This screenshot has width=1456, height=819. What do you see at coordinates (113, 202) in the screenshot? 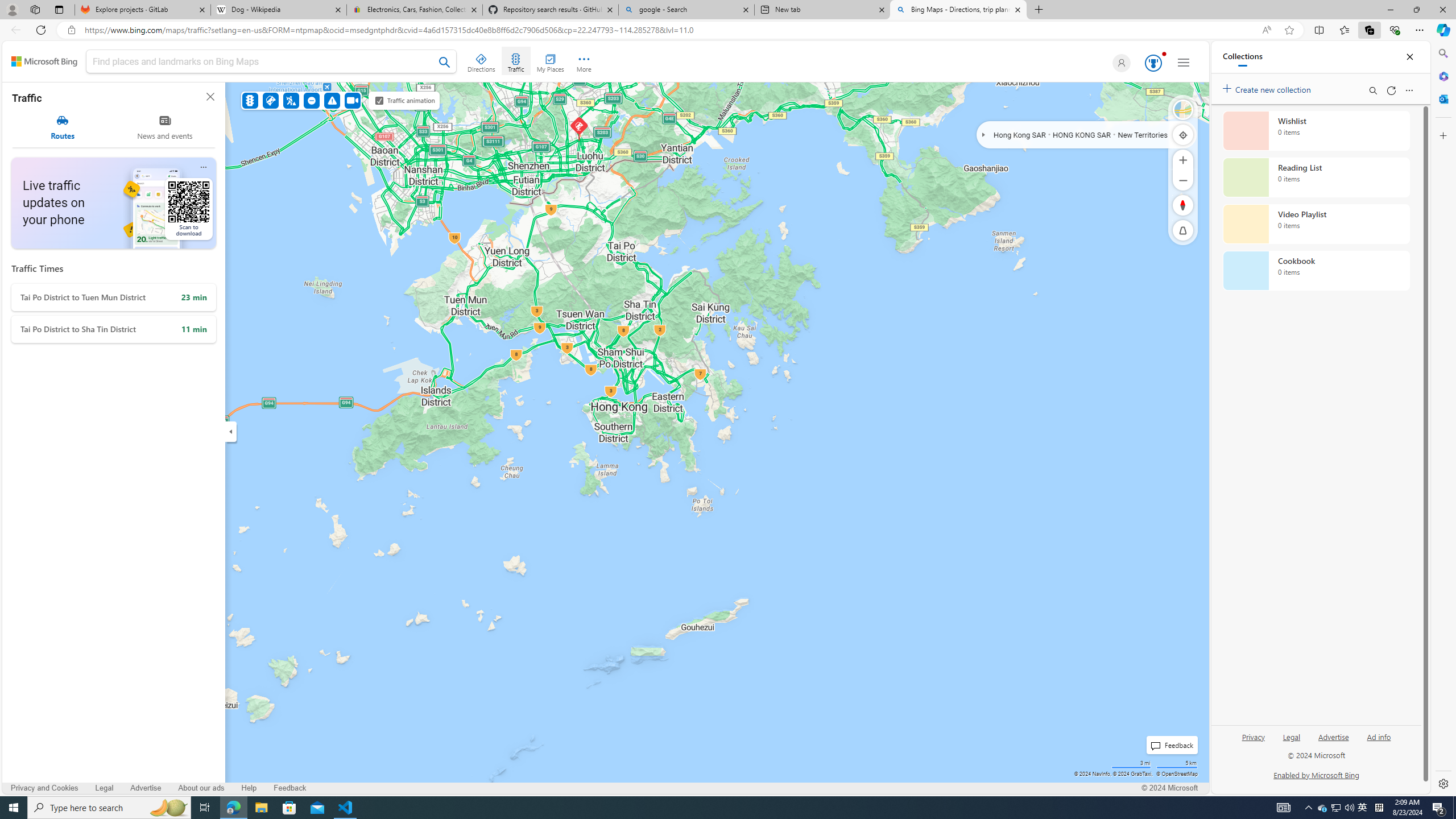
I see `'Live traffic updates on your phone Scan to download'` at bounding box center [113, 202].